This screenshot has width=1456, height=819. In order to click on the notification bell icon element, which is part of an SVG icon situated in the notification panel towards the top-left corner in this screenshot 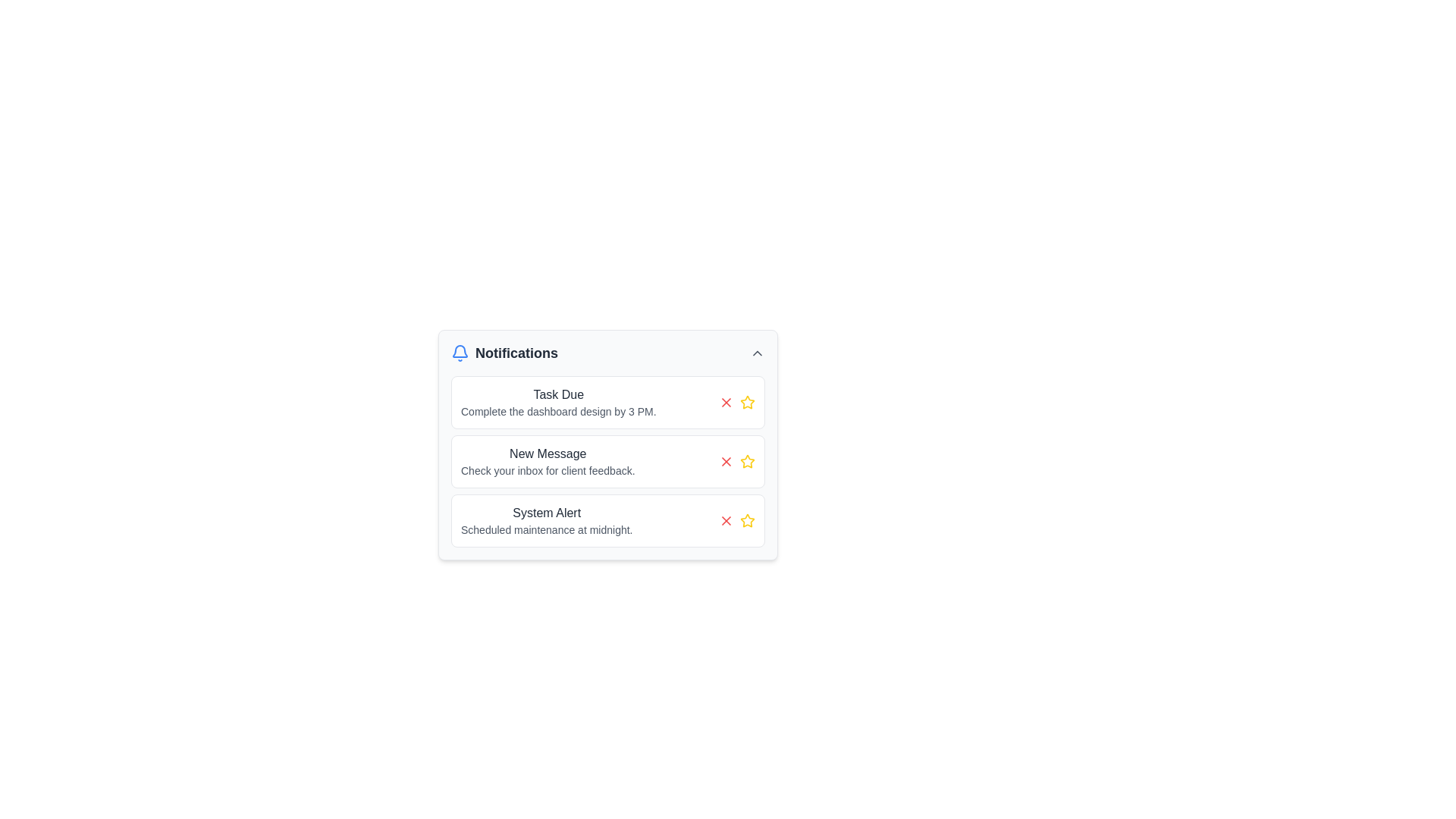, I will do `click(459, 351)`.